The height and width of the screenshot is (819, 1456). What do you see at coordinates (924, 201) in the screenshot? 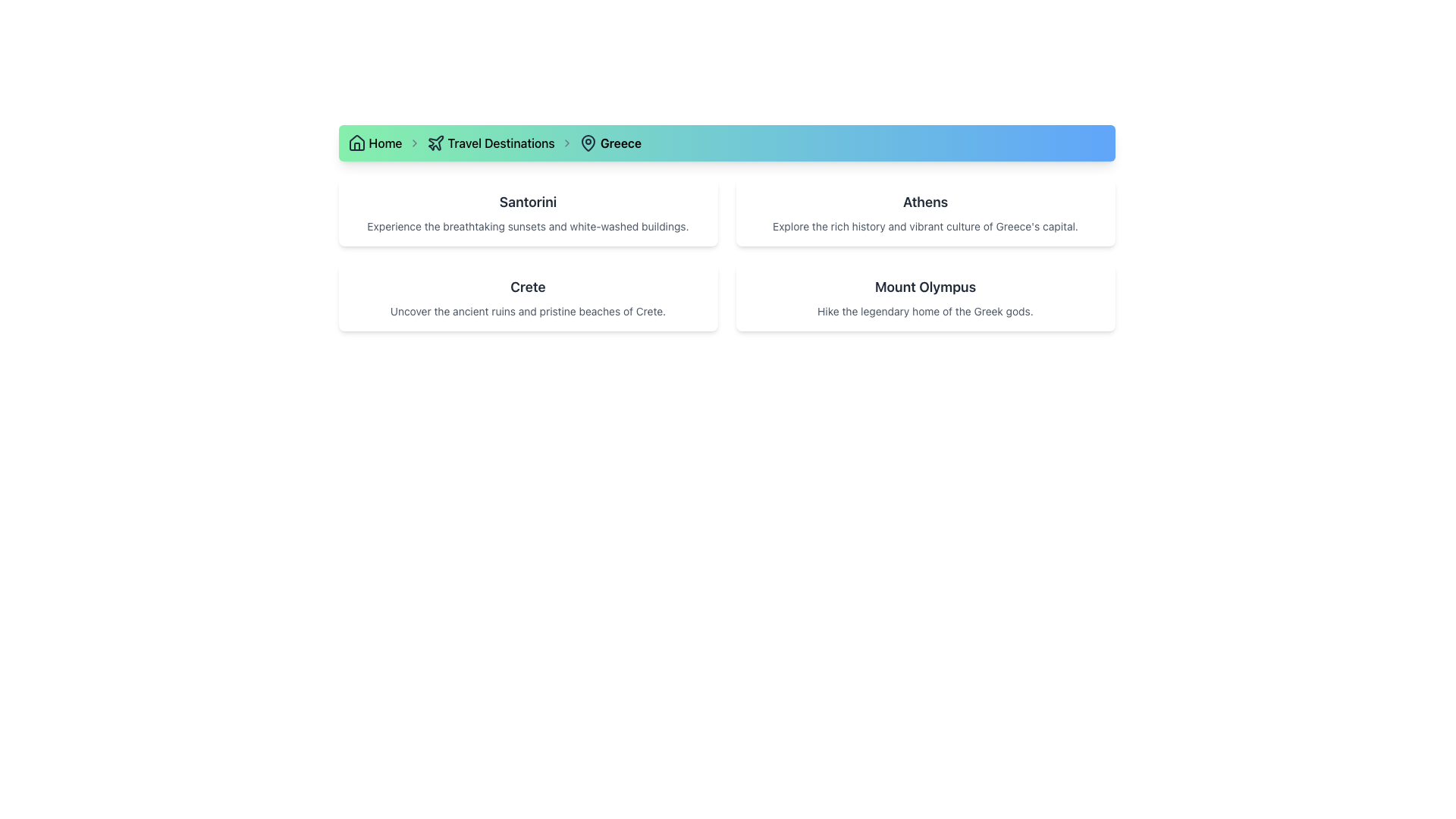
I see `the text element displaying 'Athens' styled in bold, larger font on a white card in the grid layout` at bounding box center [924, 201].